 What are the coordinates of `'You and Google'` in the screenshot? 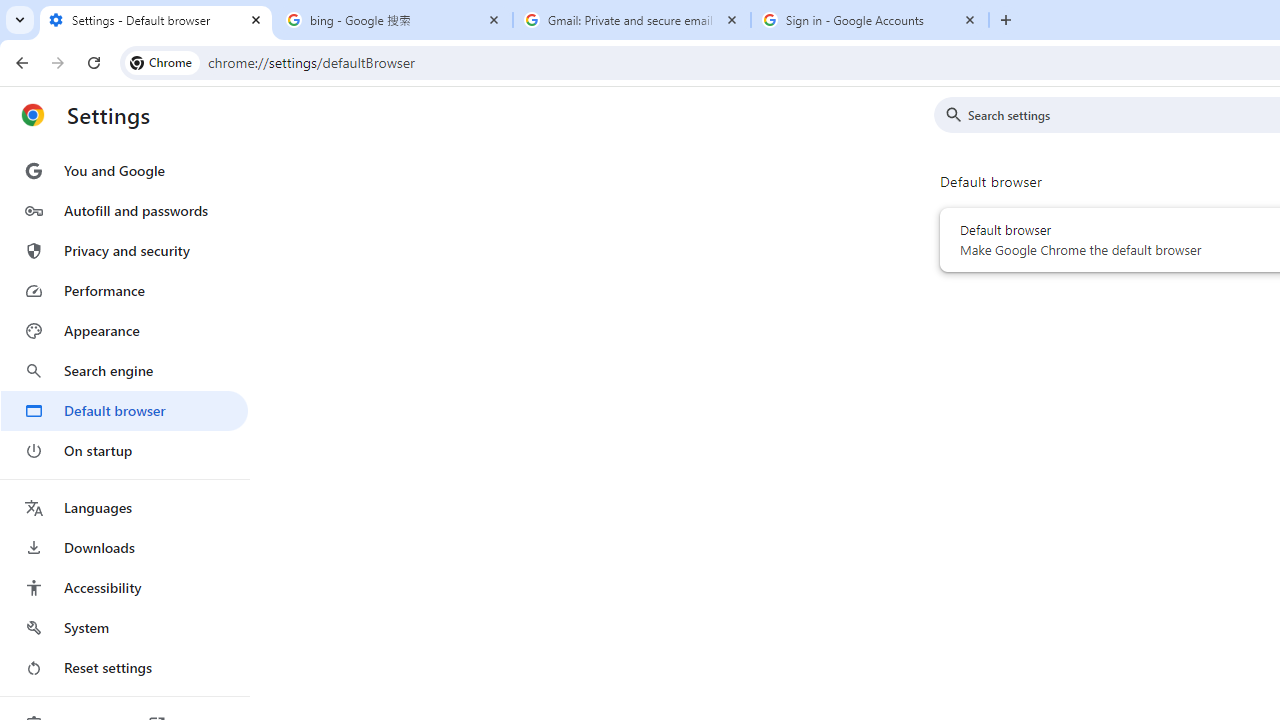 It's located at (123, 170).